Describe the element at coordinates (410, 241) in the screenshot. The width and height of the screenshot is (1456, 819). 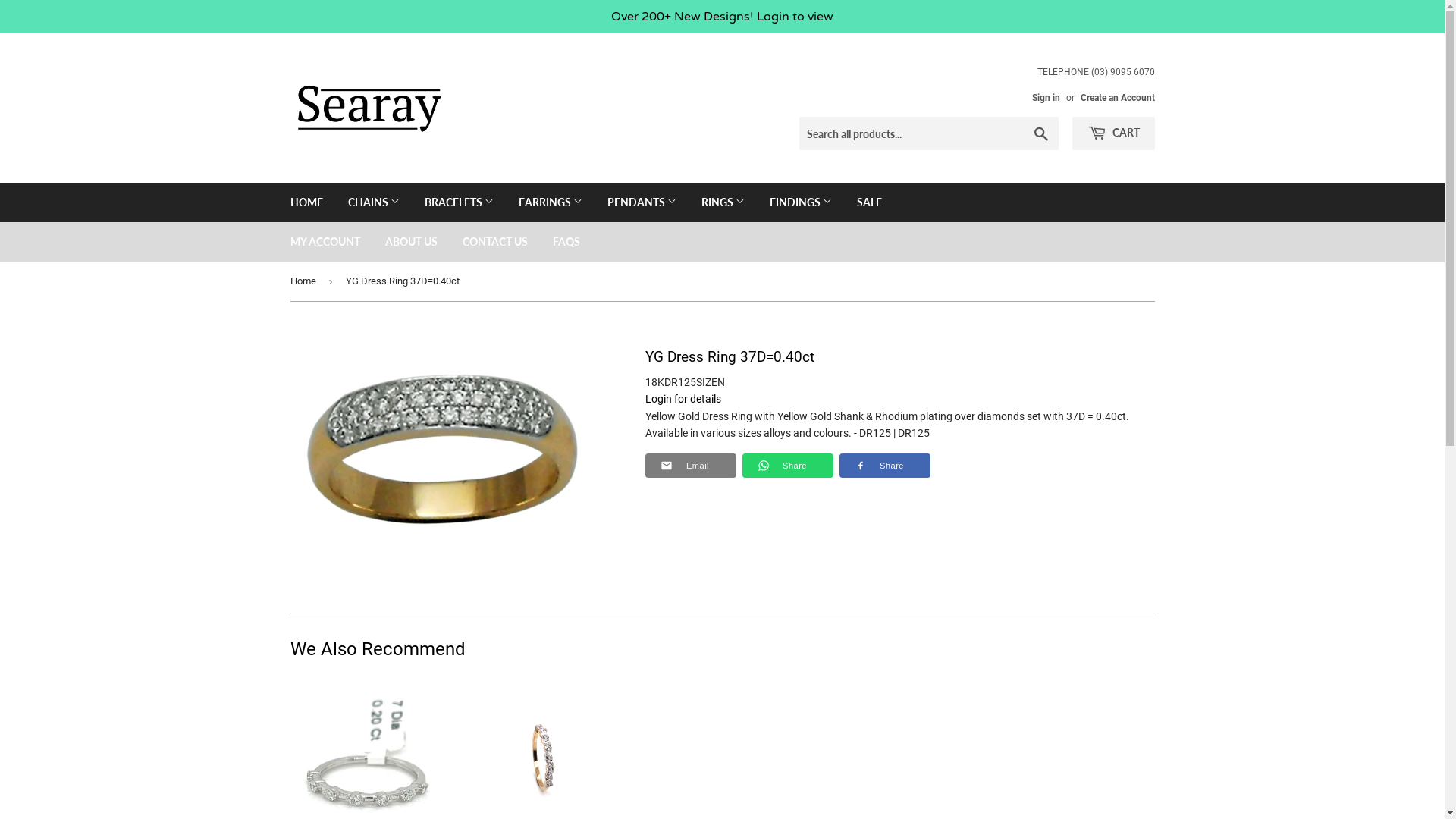
I see `'ABOUT US'` at that location.